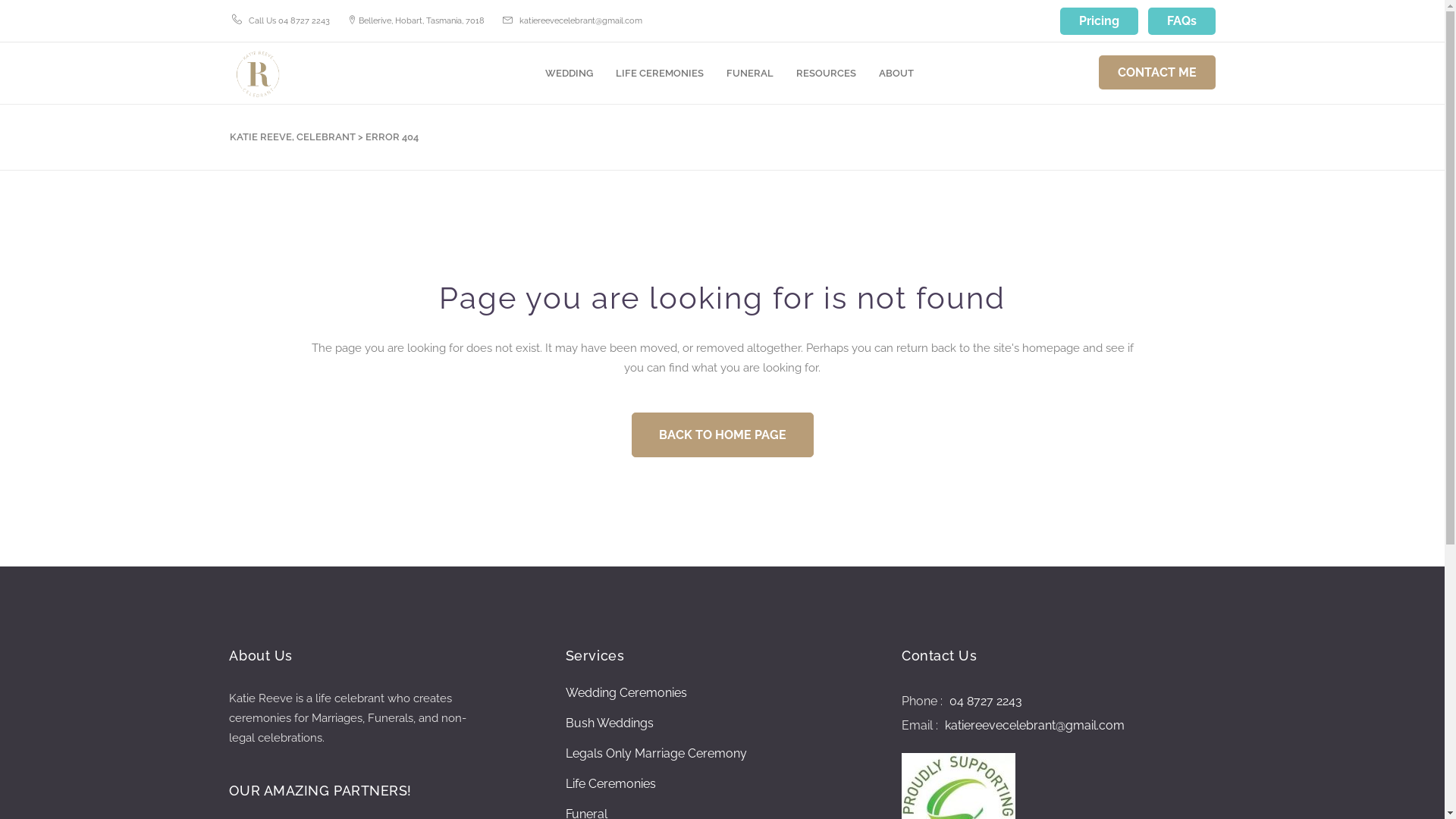 The height and width of the screenshot is (819, 1456). I want to click on 'Call Us 04 8727 2243', so click(289, 20).